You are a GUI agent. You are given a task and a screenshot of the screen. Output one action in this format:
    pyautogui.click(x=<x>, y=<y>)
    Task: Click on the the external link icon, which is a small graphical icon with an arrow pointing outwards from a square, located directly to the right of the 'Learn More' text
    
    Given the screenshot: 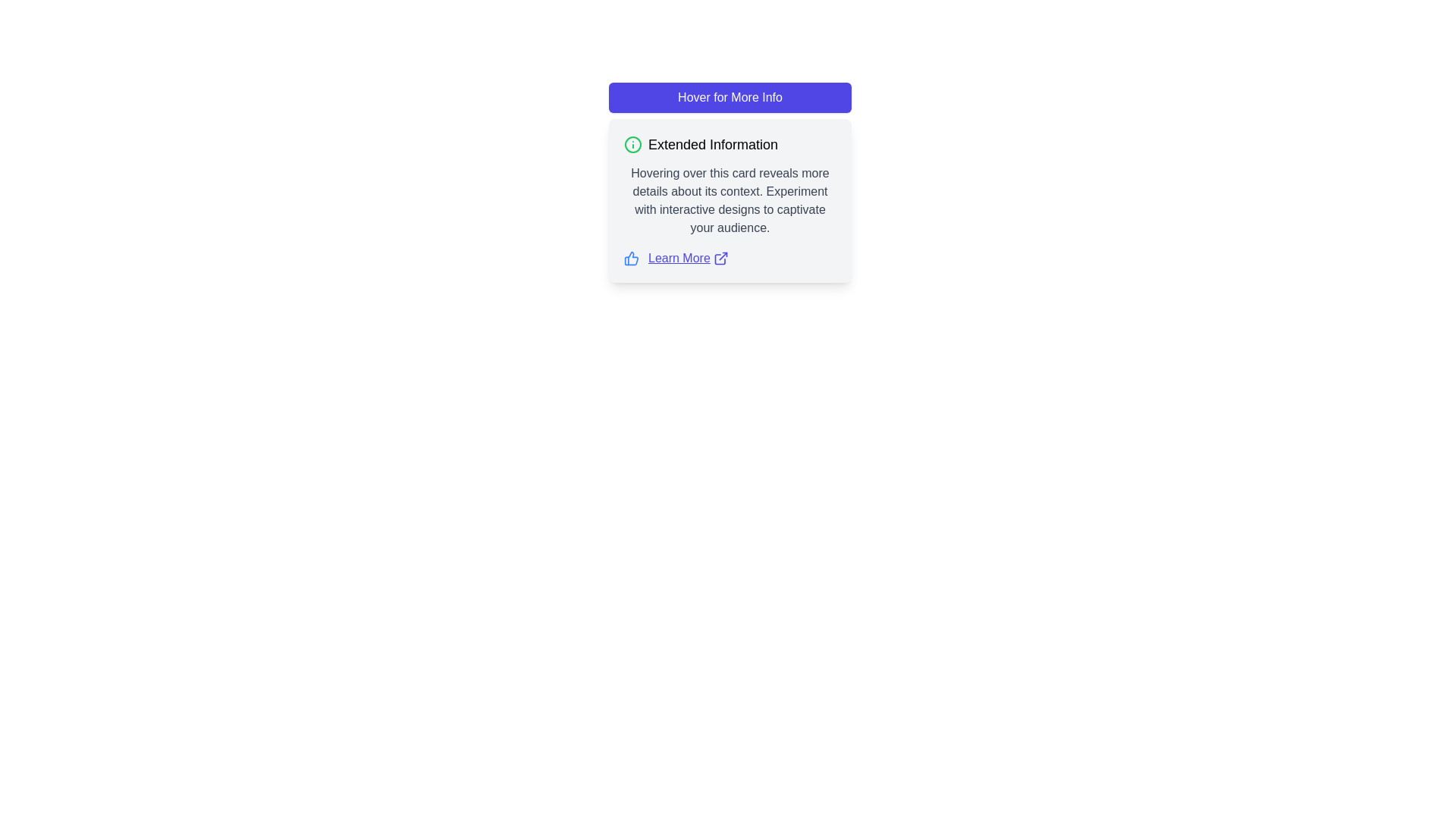 What is the action you would take?
    pyautogui.click(x=720, y=257)
    